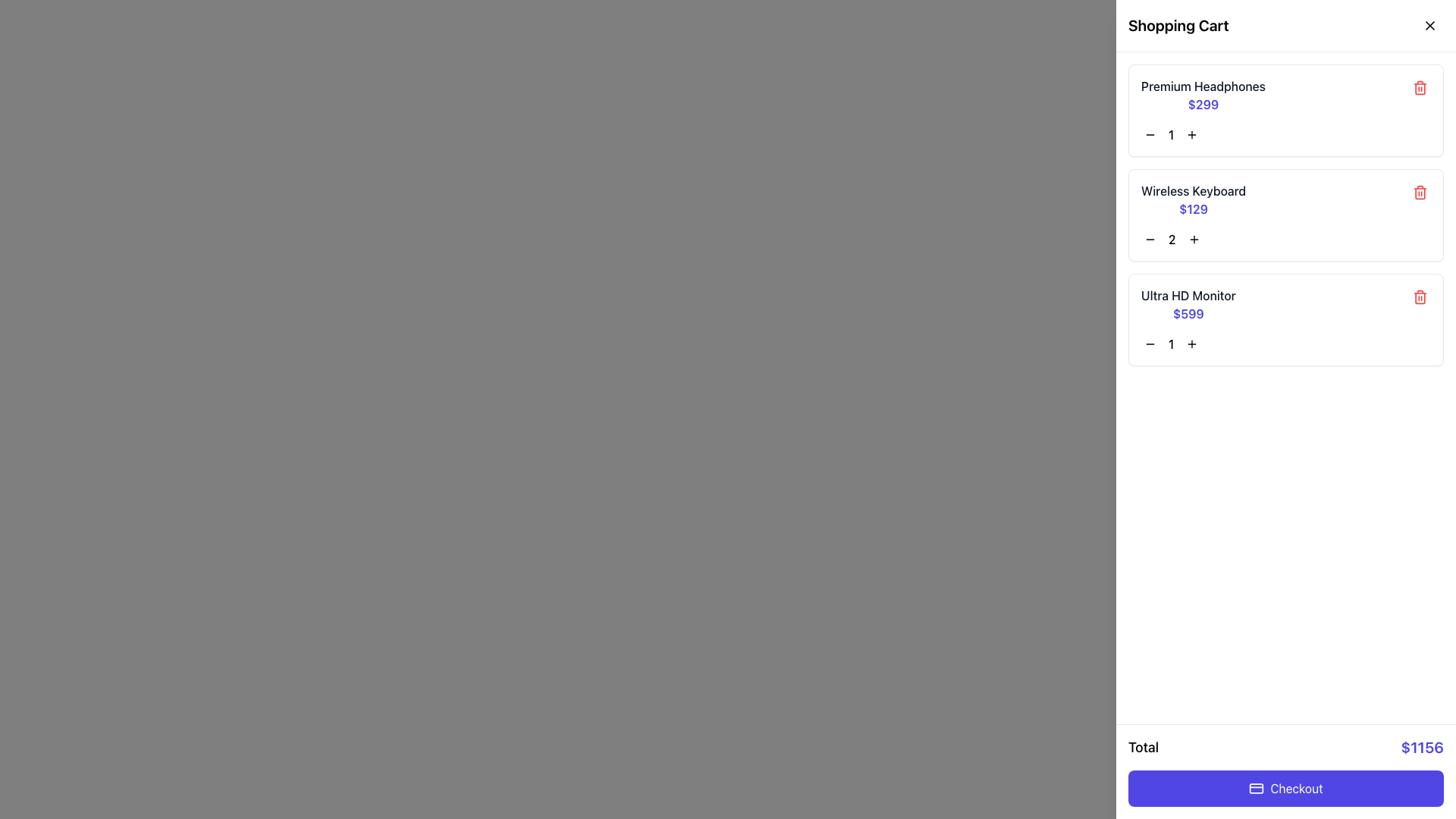 This screenshot has width=1456, height=819. What do you see at coordinates (1419, 87) in the screenshot?
I see `the red trash can icon button located at the top-right corner of the card displaying 'Premium Headphones'` at bounding box center [1419, 87].